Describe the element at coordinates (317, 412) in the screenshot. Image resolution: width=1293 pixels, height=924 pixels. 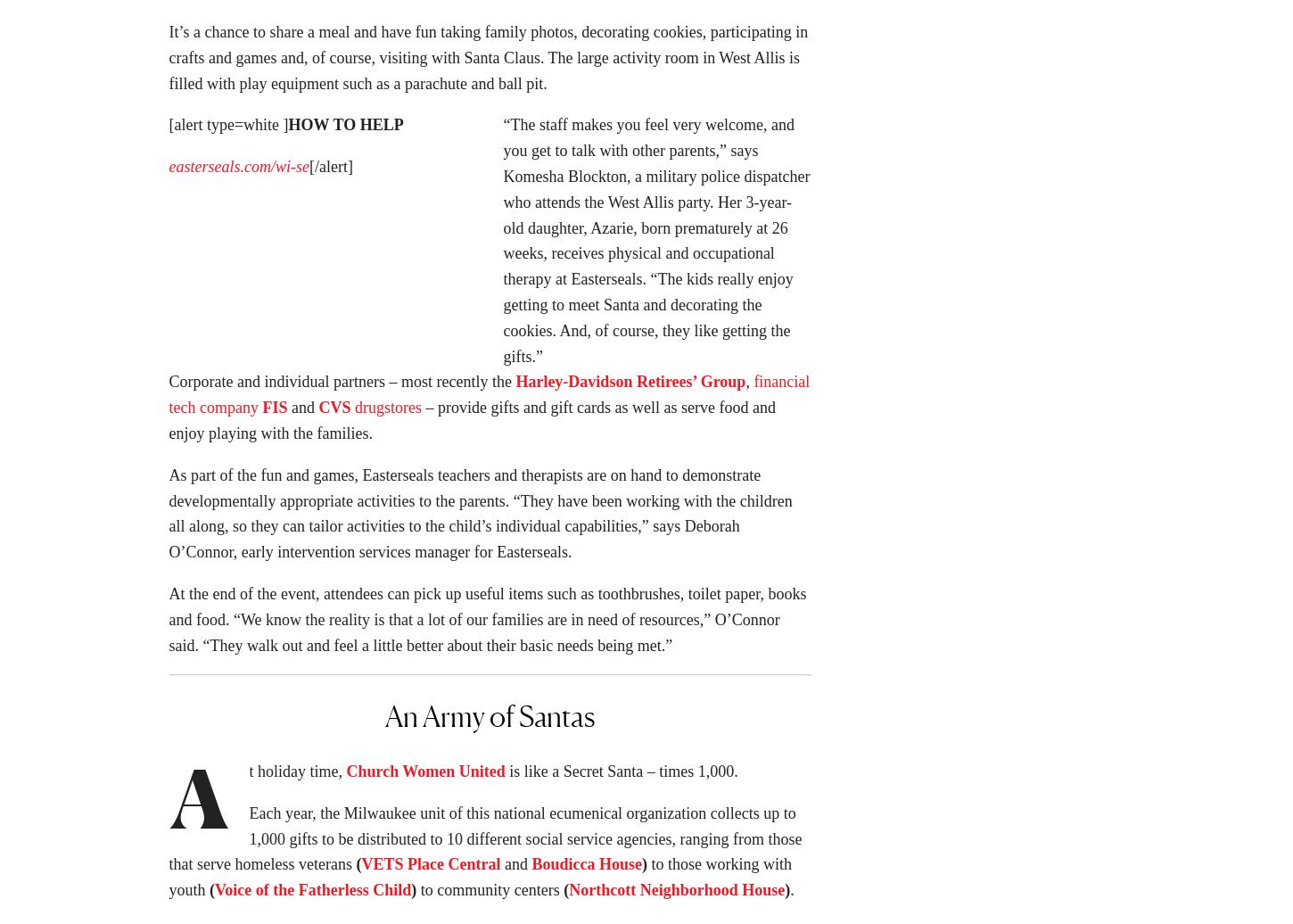
I see `'CVS'` at that location.